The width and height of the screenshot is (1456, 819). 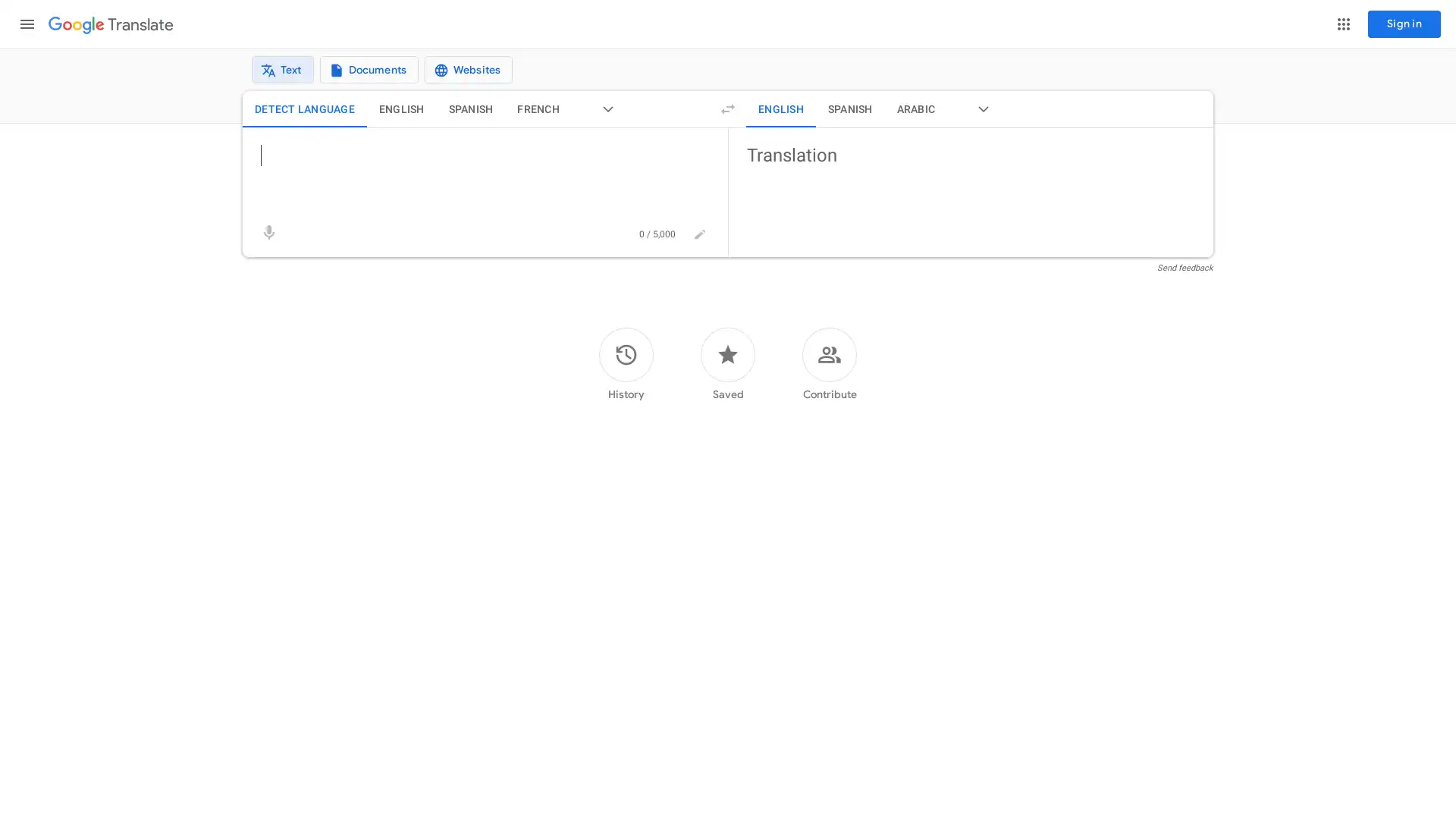 I want to click on Swap languages (Cmd+Shift+S), so click(x=728, y=117).